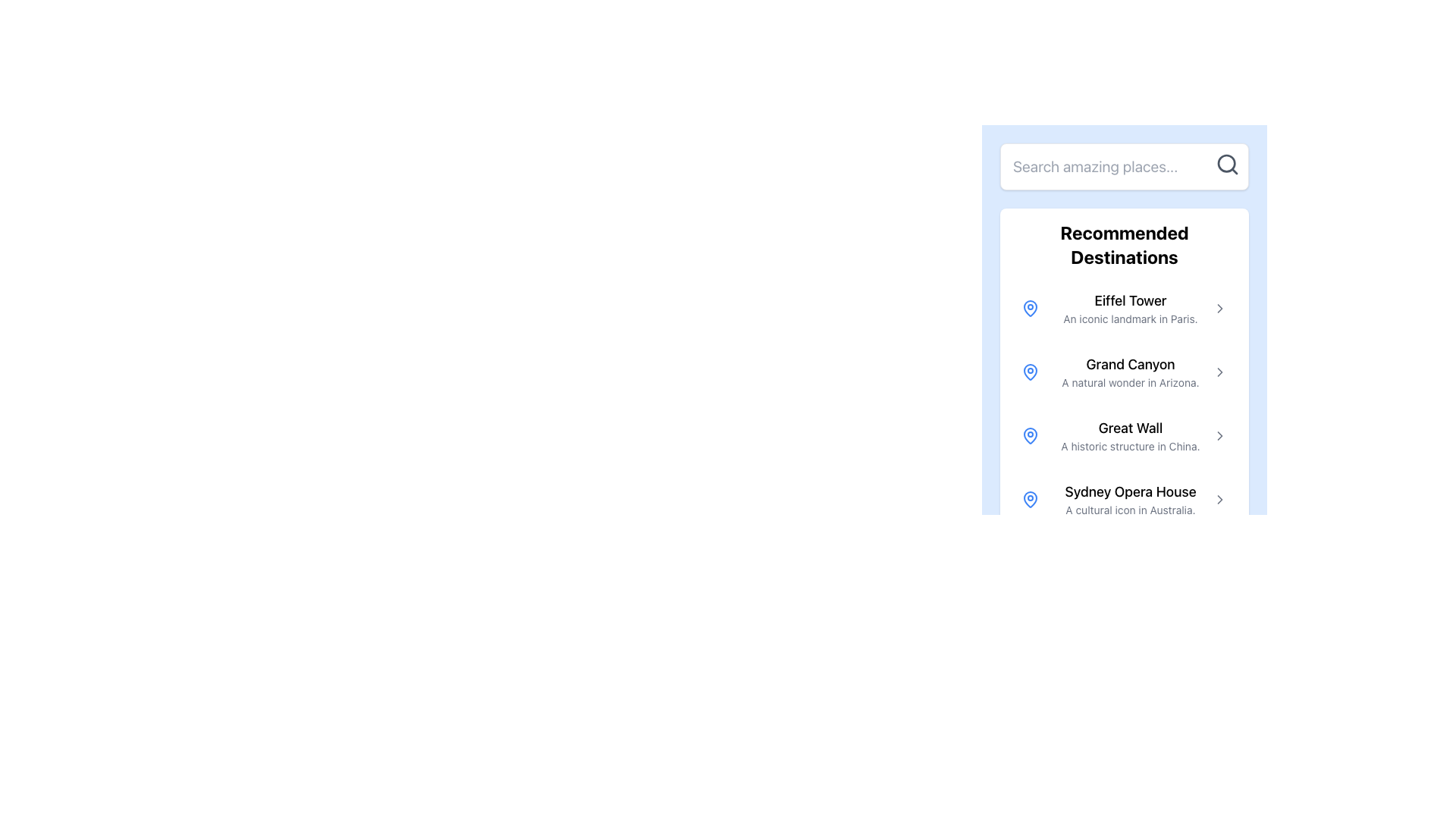  Describe the element at coordinates (1219, 372) in the screenshot. I see `the right-facing arrow icon located in the third list entry of the 'Recommended Destinations' section, which is aligned with the text 'Grand Canyon'` at that location.